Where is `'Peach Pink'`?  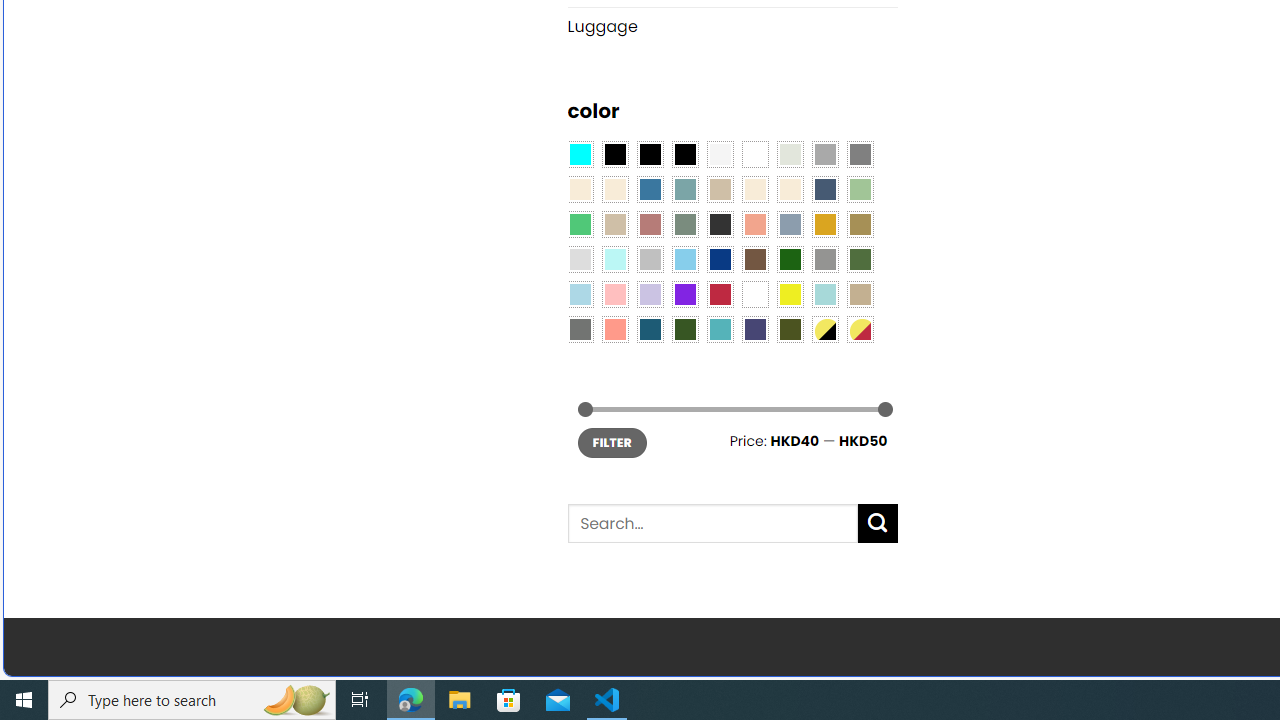
'Peach Pink' is located at coordinates (614, 328).